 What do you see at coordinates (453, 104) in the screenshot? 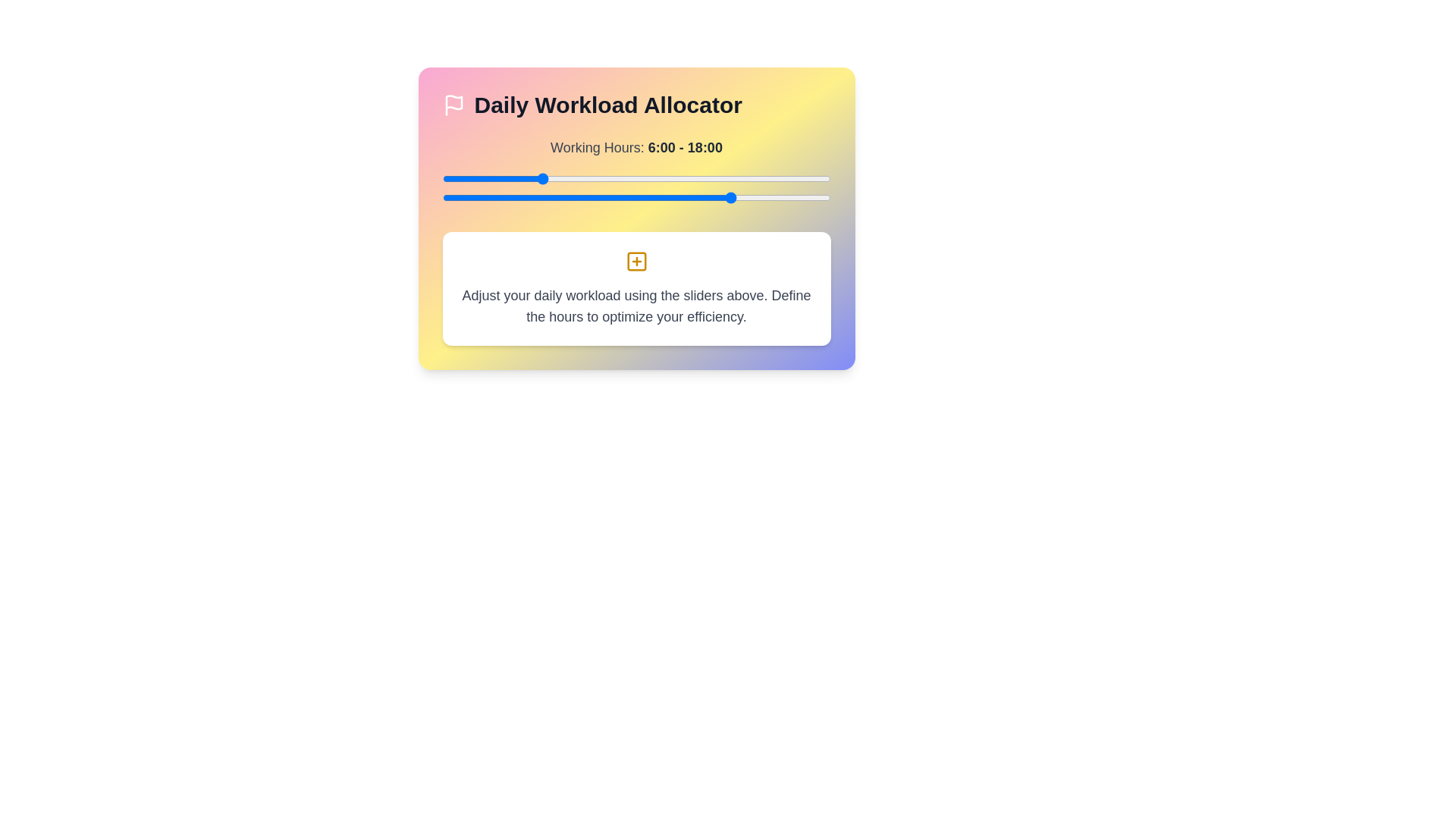
I see `the informational icon in the header of the workload manager` at bounding box center [453, 104].